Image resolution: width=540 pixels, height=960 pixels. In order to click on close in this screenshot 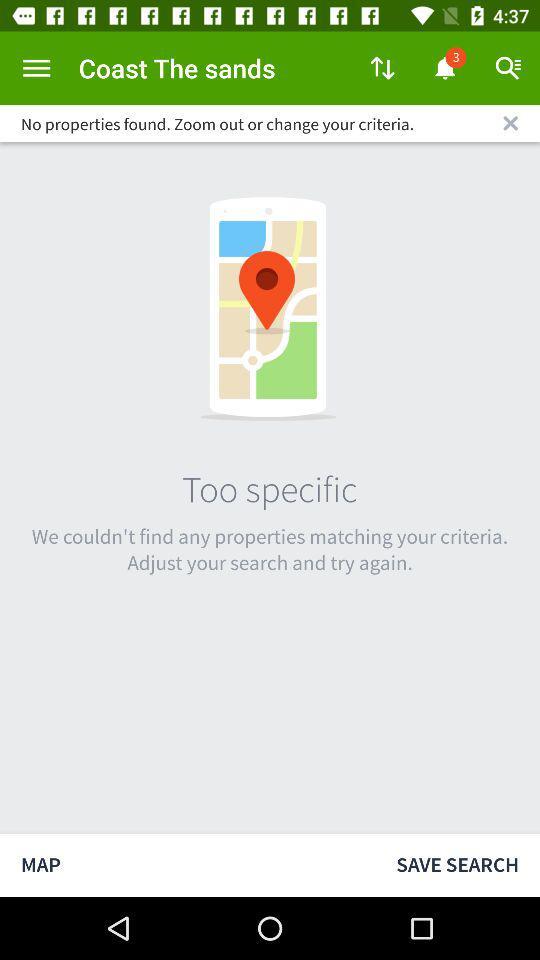, I will do `click(510, 122)`.